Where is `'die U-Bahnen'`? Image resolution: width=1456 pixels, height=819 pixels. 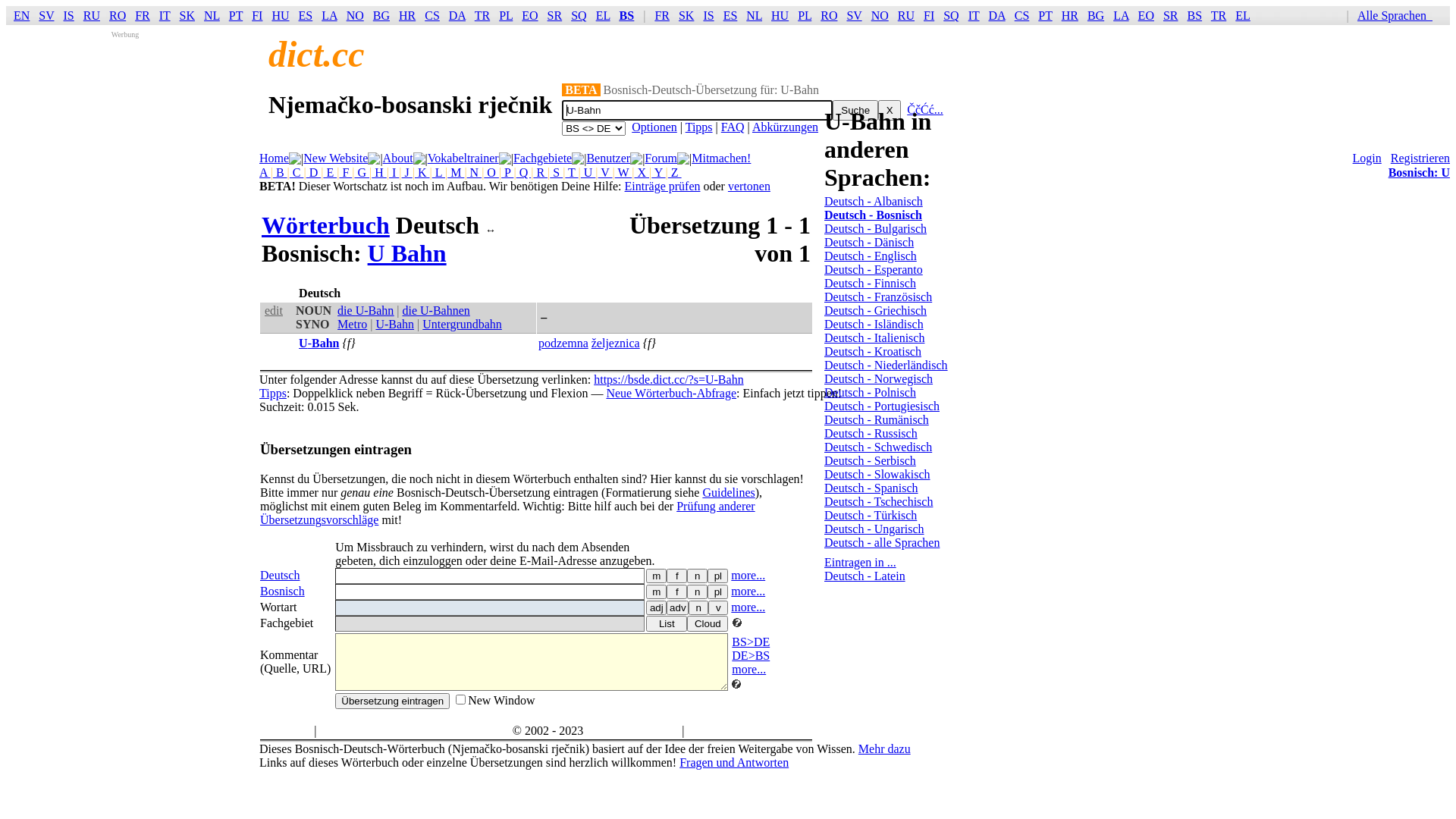
'die U-Bahnen' is located at coordinates (435, 309).